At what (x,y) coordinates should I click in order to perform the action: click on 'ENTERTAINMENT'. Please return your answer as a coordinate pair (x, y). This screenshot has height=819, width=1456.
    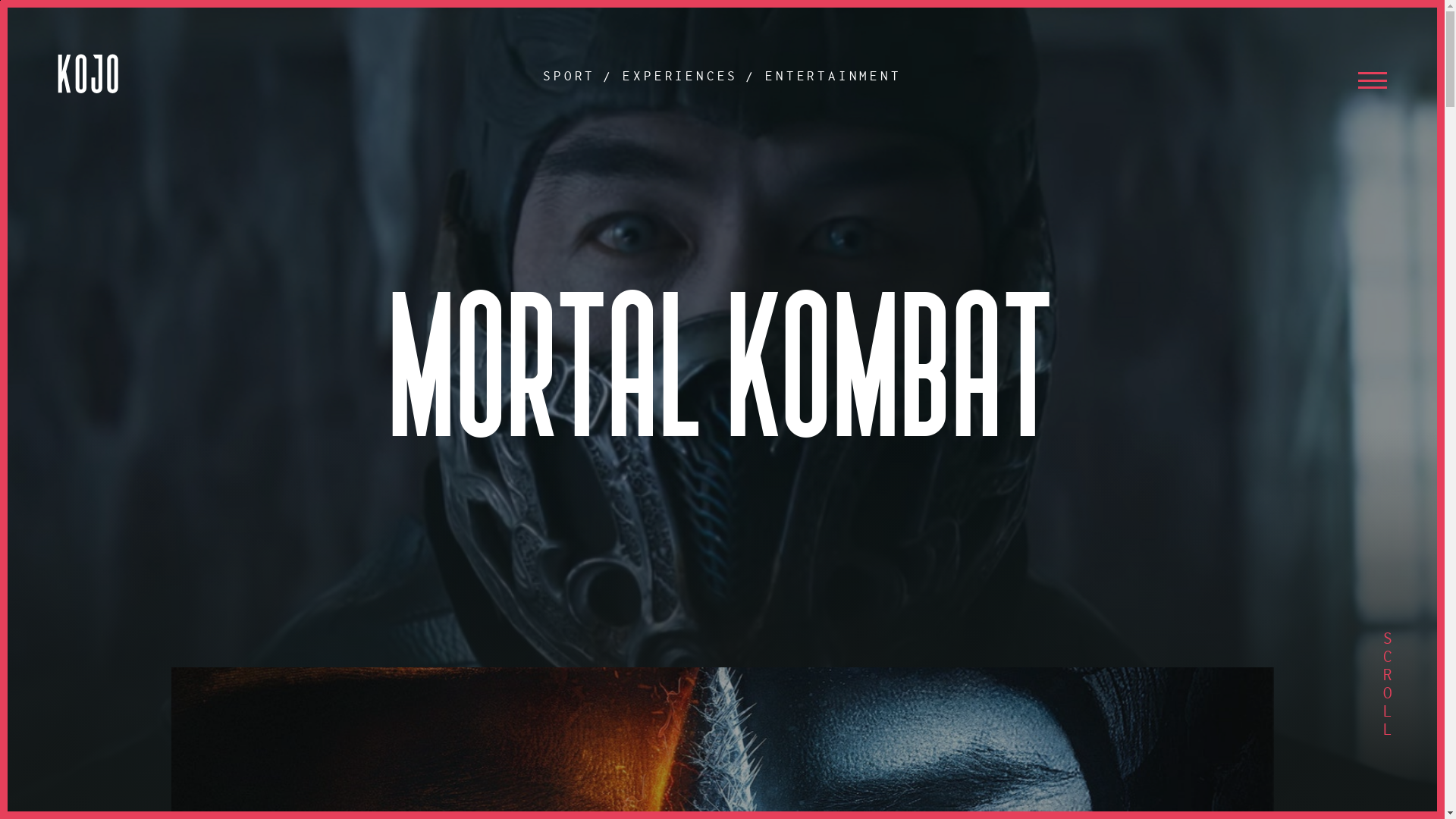
    Looking at the image, I should click on (833, 76).